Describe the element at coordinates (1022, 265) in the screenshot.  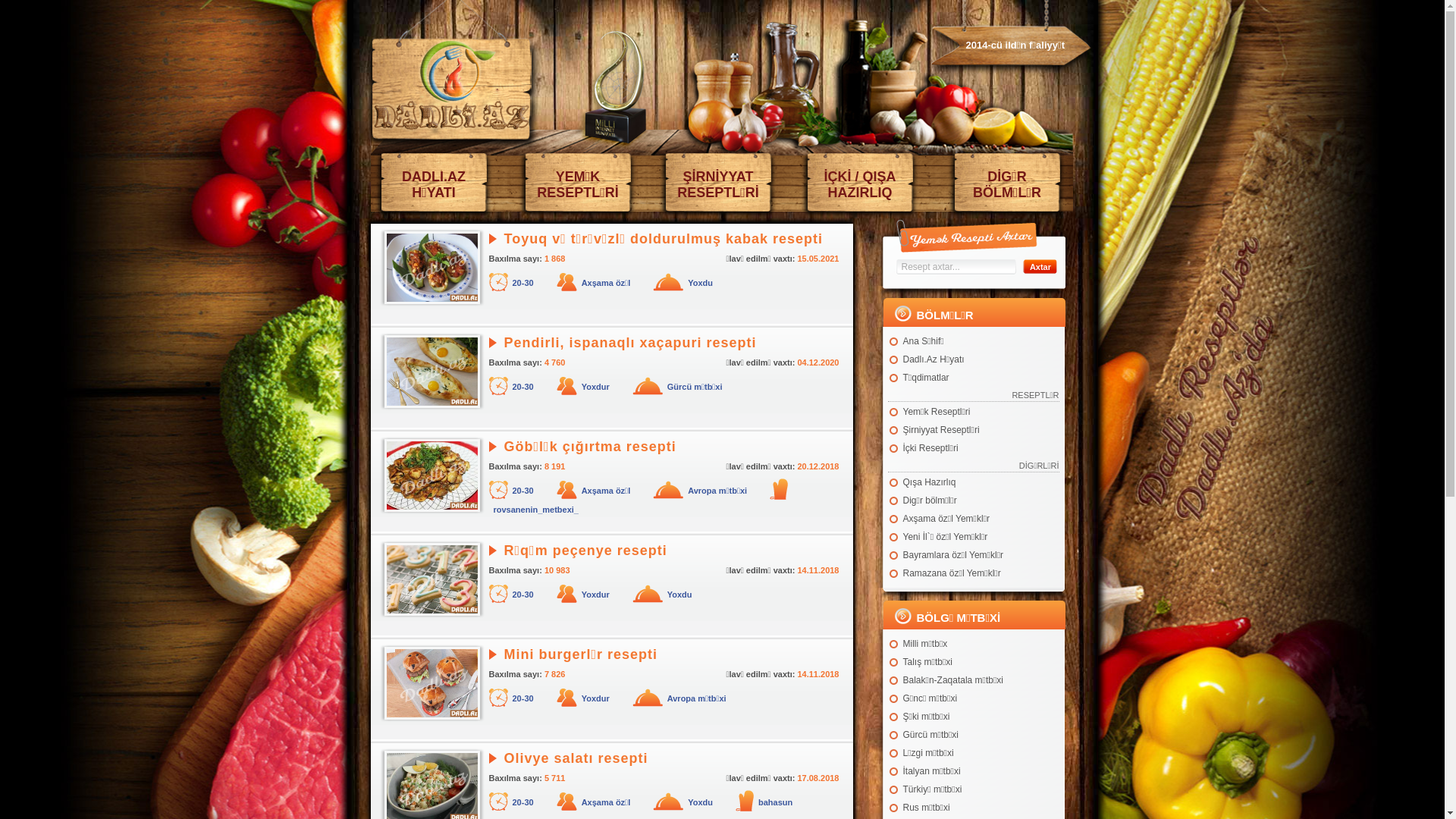
I see `'Axtar'` at that location.